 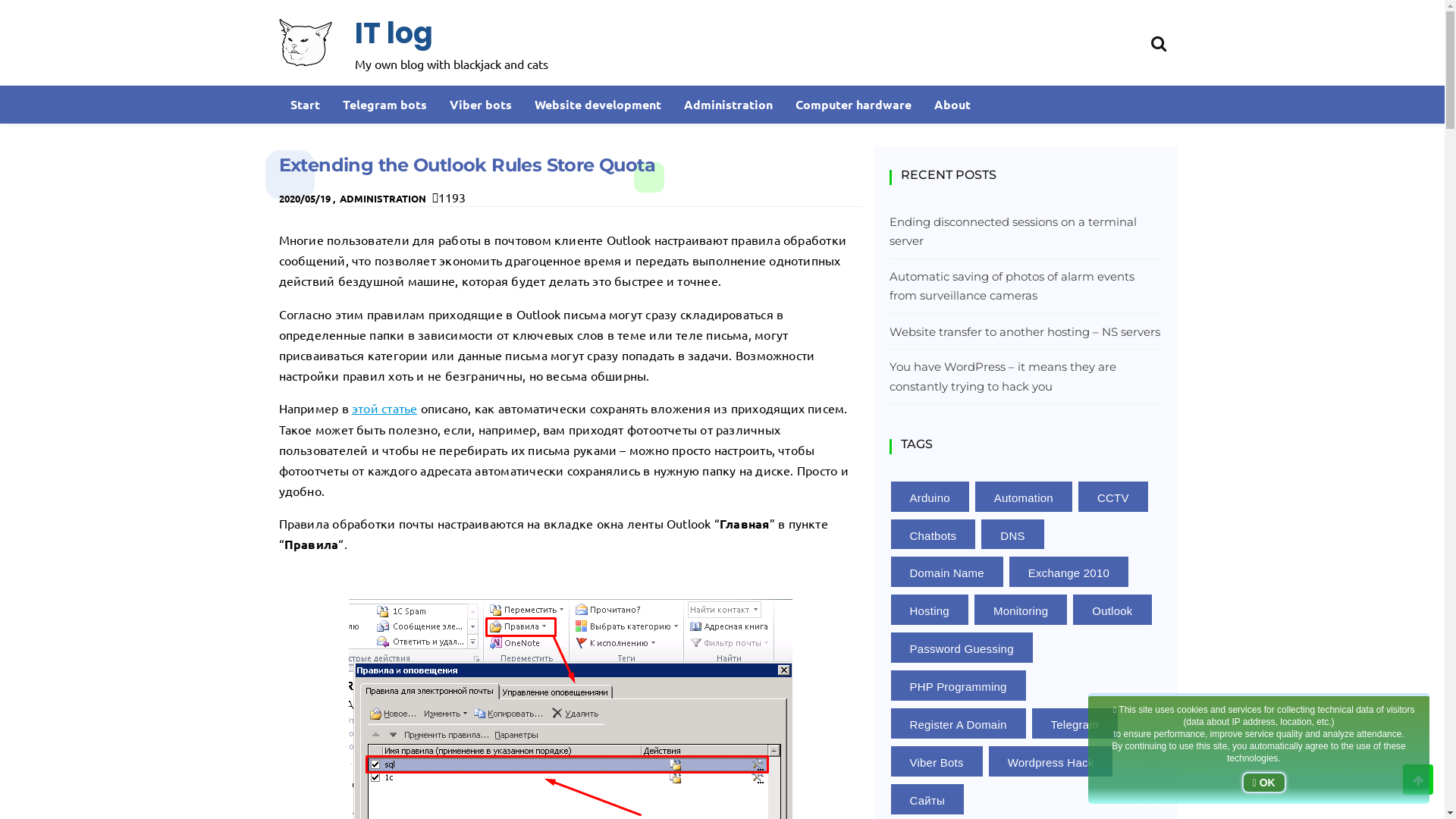 What do you see at coordinates (1068, 571) in the screenshot?
I see `'Exchange 2010'` at bounding box center [1068, 571].